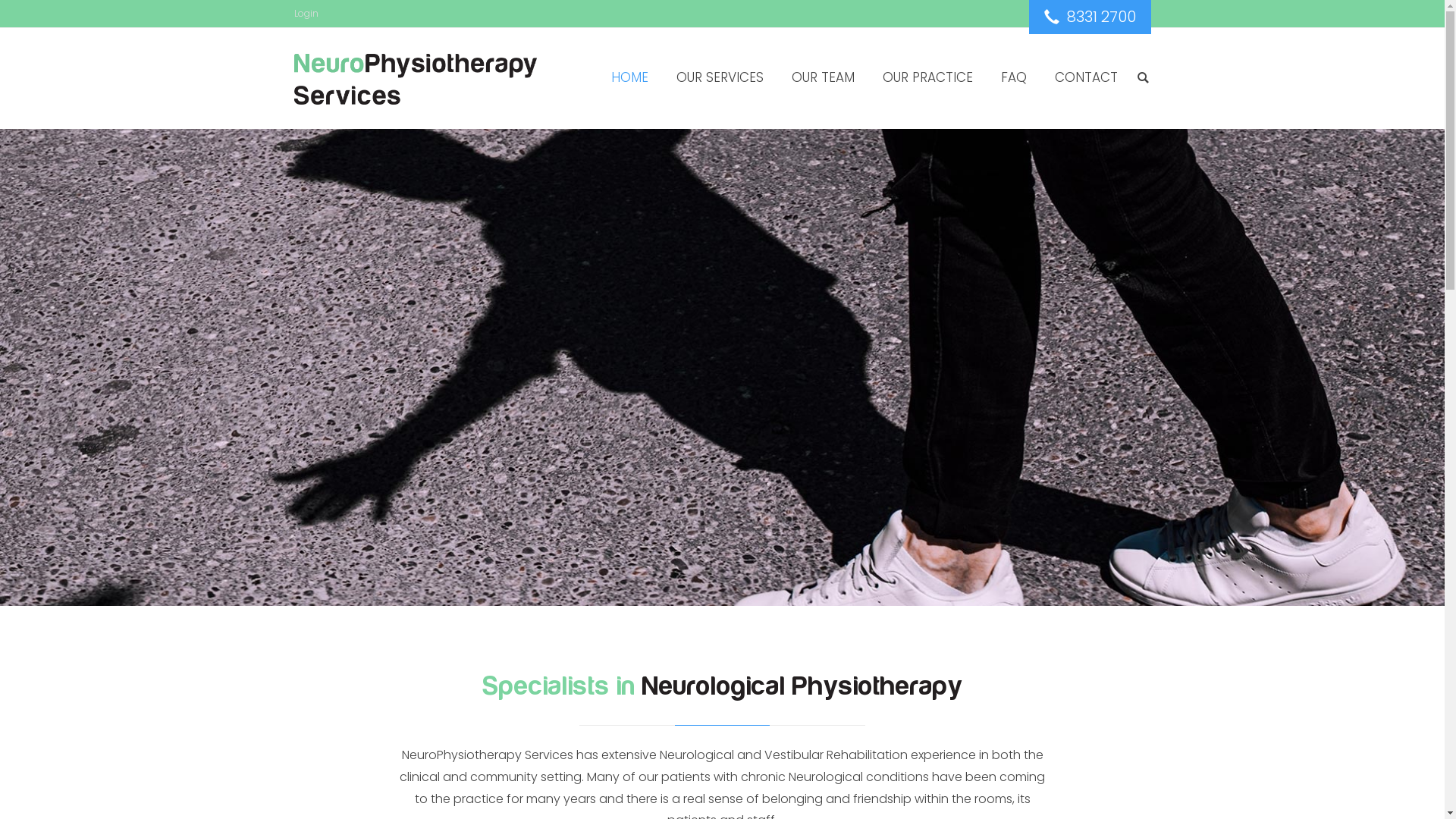 Image resolution: width=1456 pixels, height=819 pixels. Describe the element at coordinates (1088, 17) in the screenshot. I see `'  8331 2700'` at that location.